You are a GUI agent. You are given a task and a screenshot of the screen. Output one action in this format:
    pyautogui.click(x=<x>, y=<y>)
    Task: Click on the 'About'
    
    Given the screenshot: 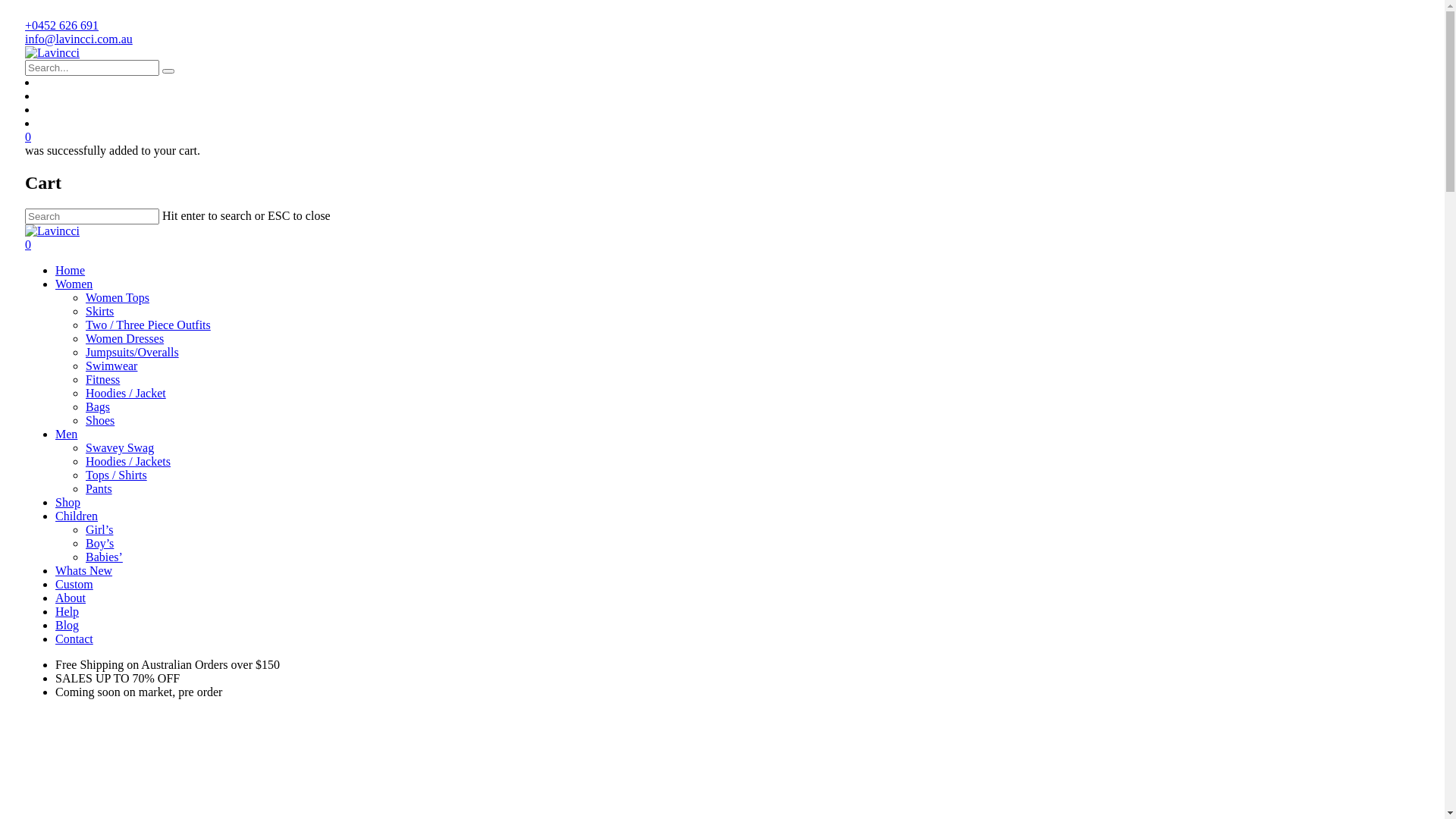 What is the action you would take?
    pyautogui.click(x=69, y=597)
    